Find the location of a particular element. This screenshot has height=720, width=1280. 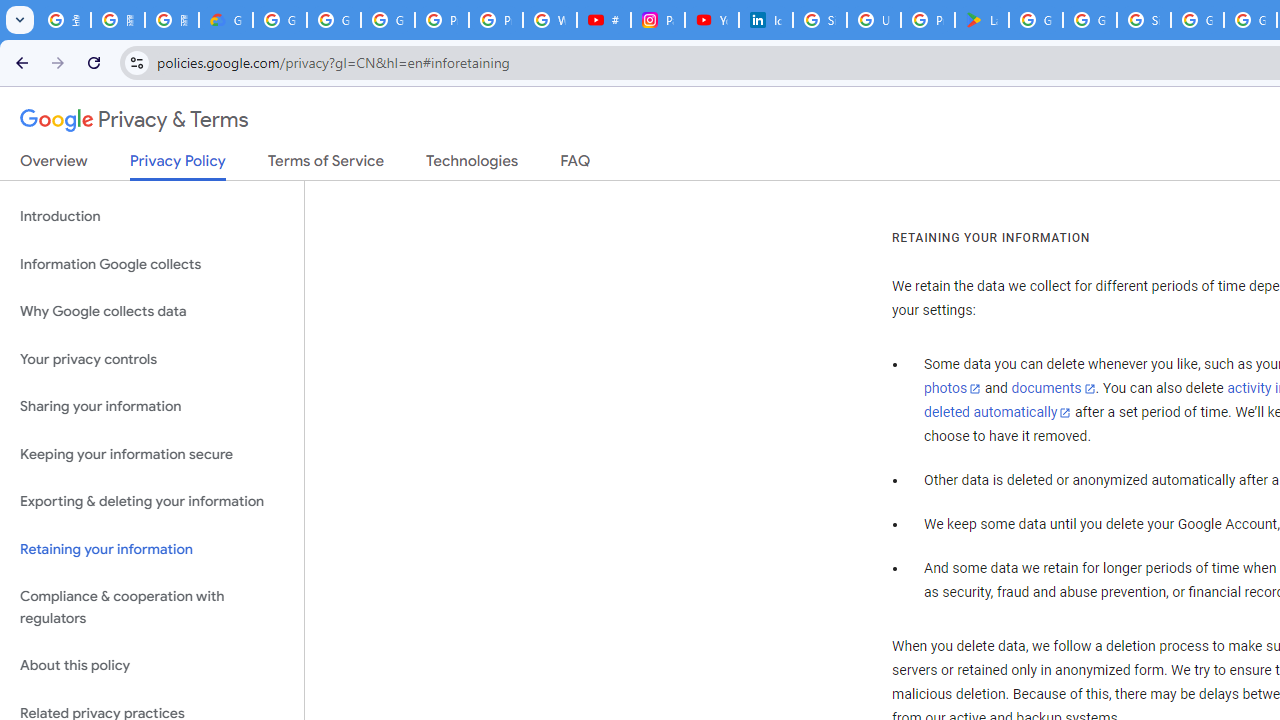

'Retaining your information' is located at coordinates (151, 549).